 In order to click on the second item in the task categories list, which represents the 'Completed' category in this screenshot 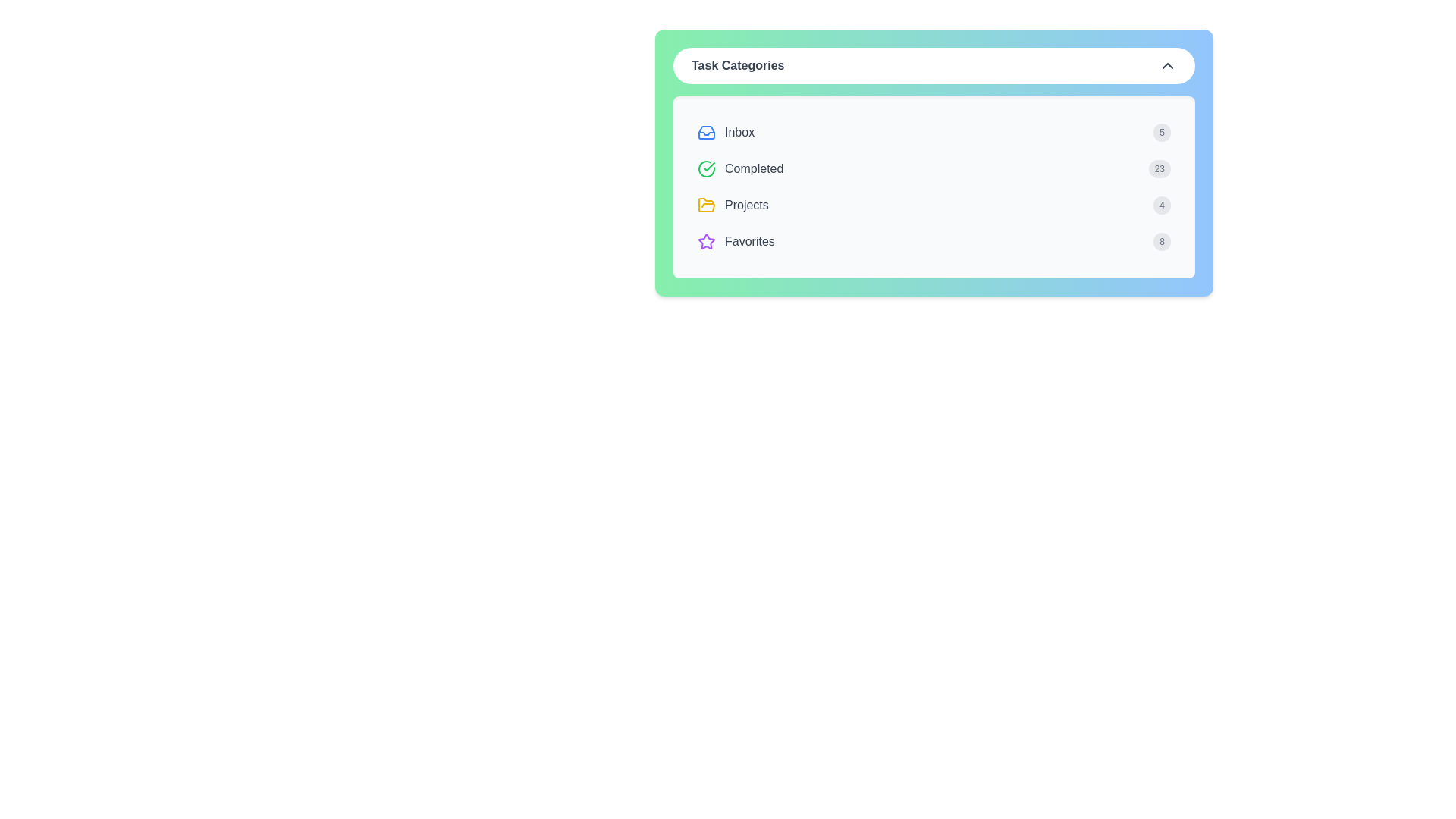, I will do `click(934, 169)`.